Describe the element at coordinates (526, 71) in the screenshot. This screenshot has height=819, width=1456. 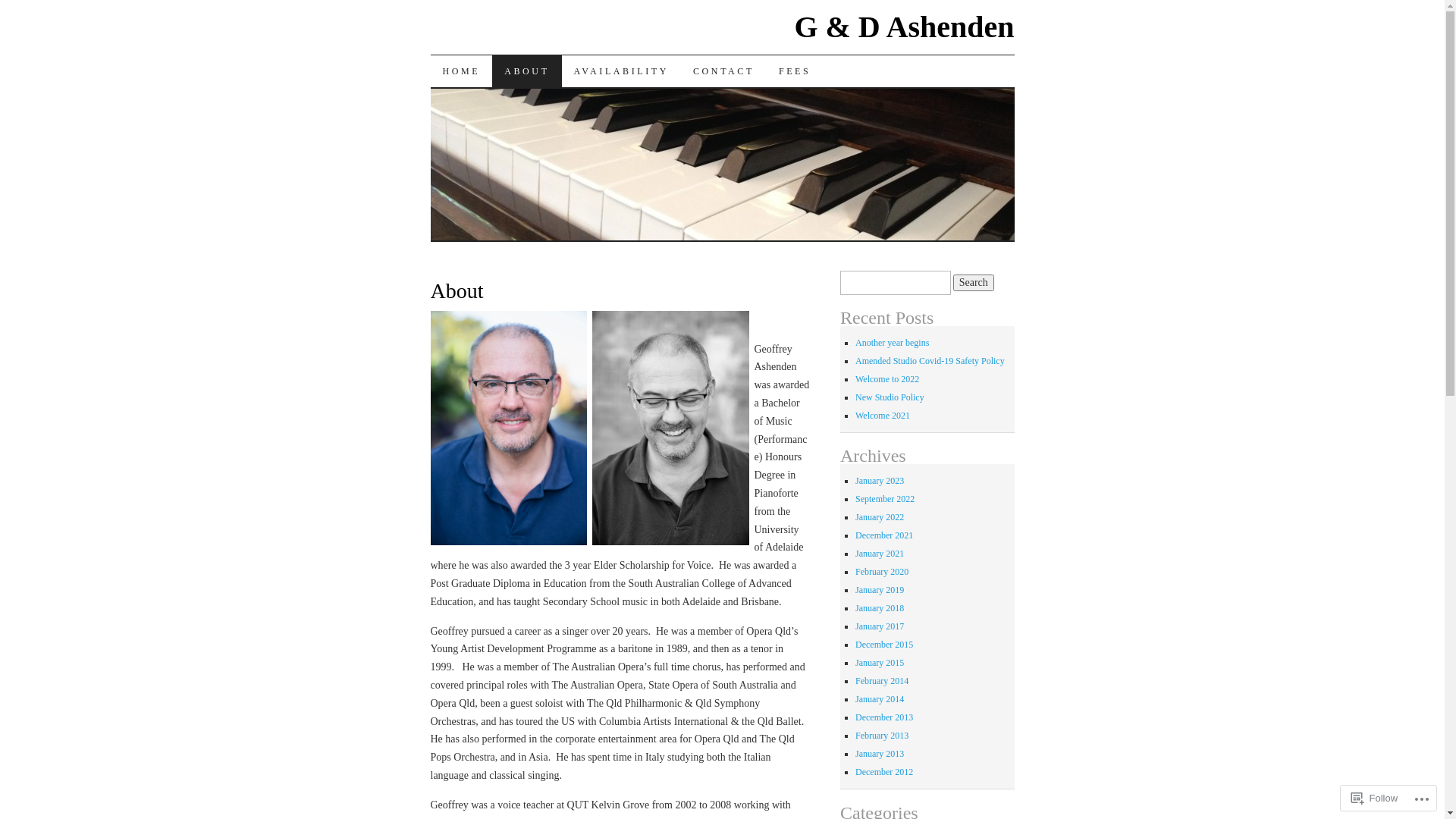
I see `'ABOUT'` at that location.